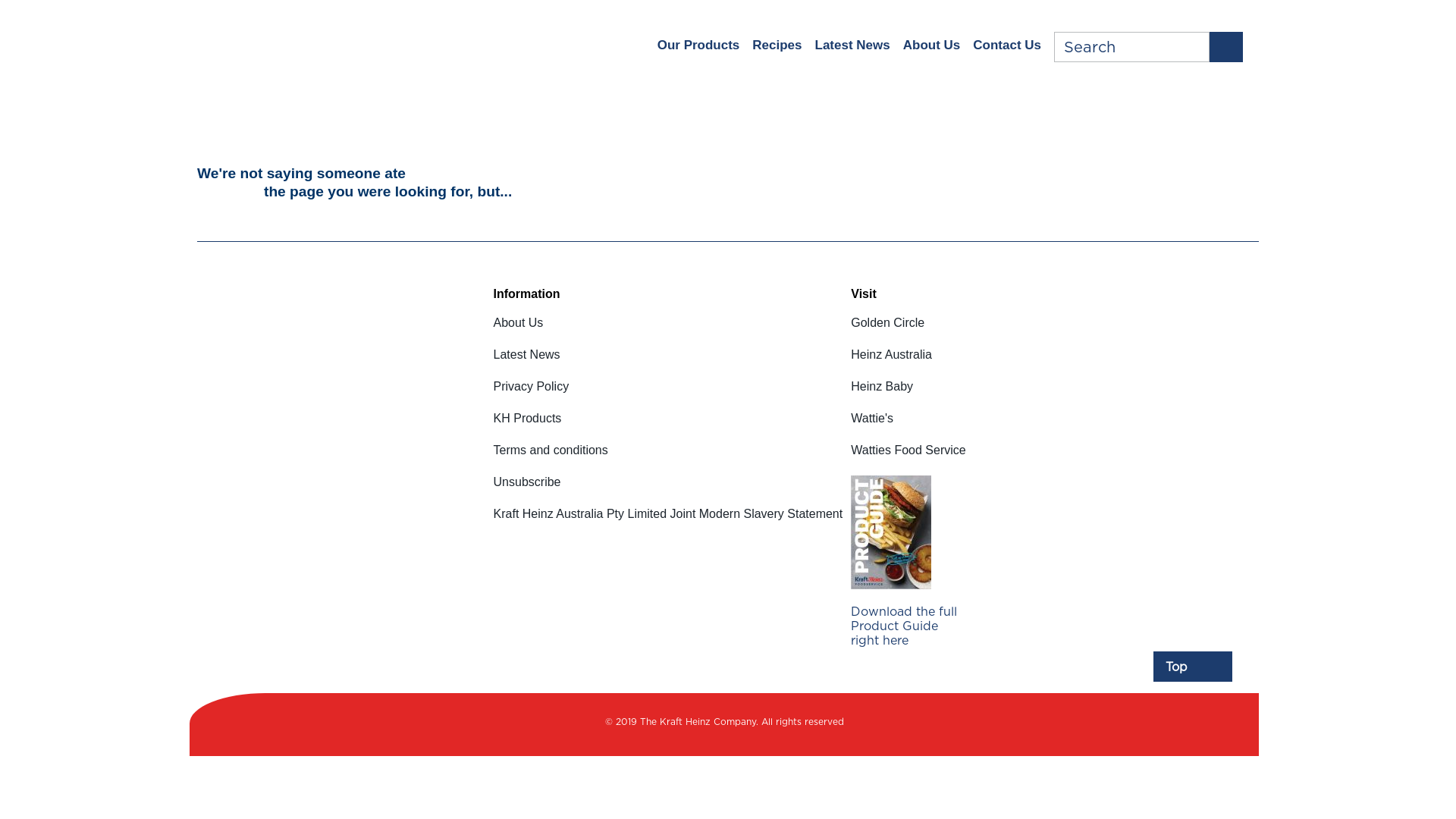 The width and height of the screenshot is (1456, 819). I want to click on 'Latest News', so click(494, 363).